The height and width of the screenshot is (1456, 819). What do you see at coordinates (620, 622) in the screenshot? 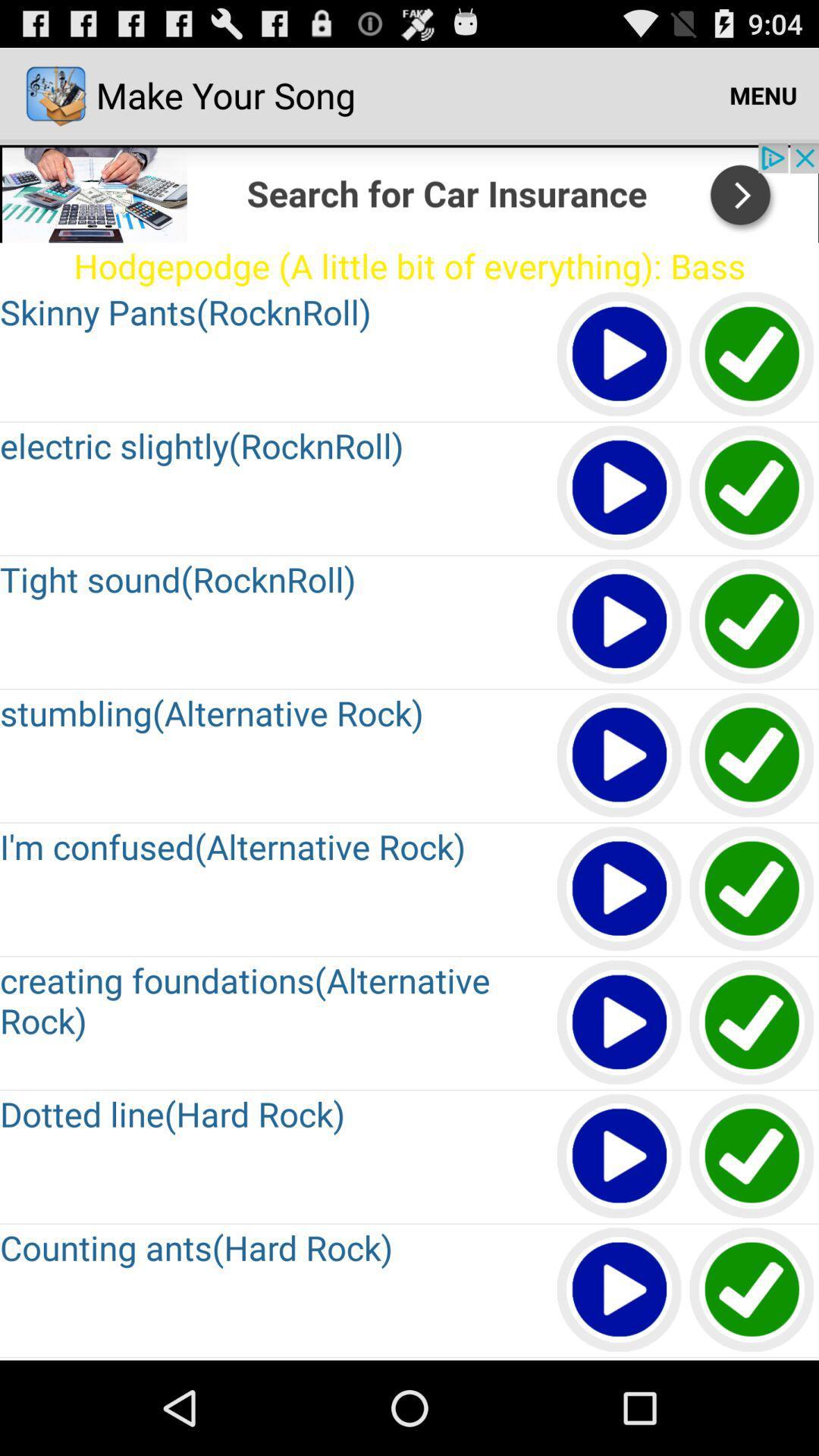
I see `for play` at bounding box center [620, 622].